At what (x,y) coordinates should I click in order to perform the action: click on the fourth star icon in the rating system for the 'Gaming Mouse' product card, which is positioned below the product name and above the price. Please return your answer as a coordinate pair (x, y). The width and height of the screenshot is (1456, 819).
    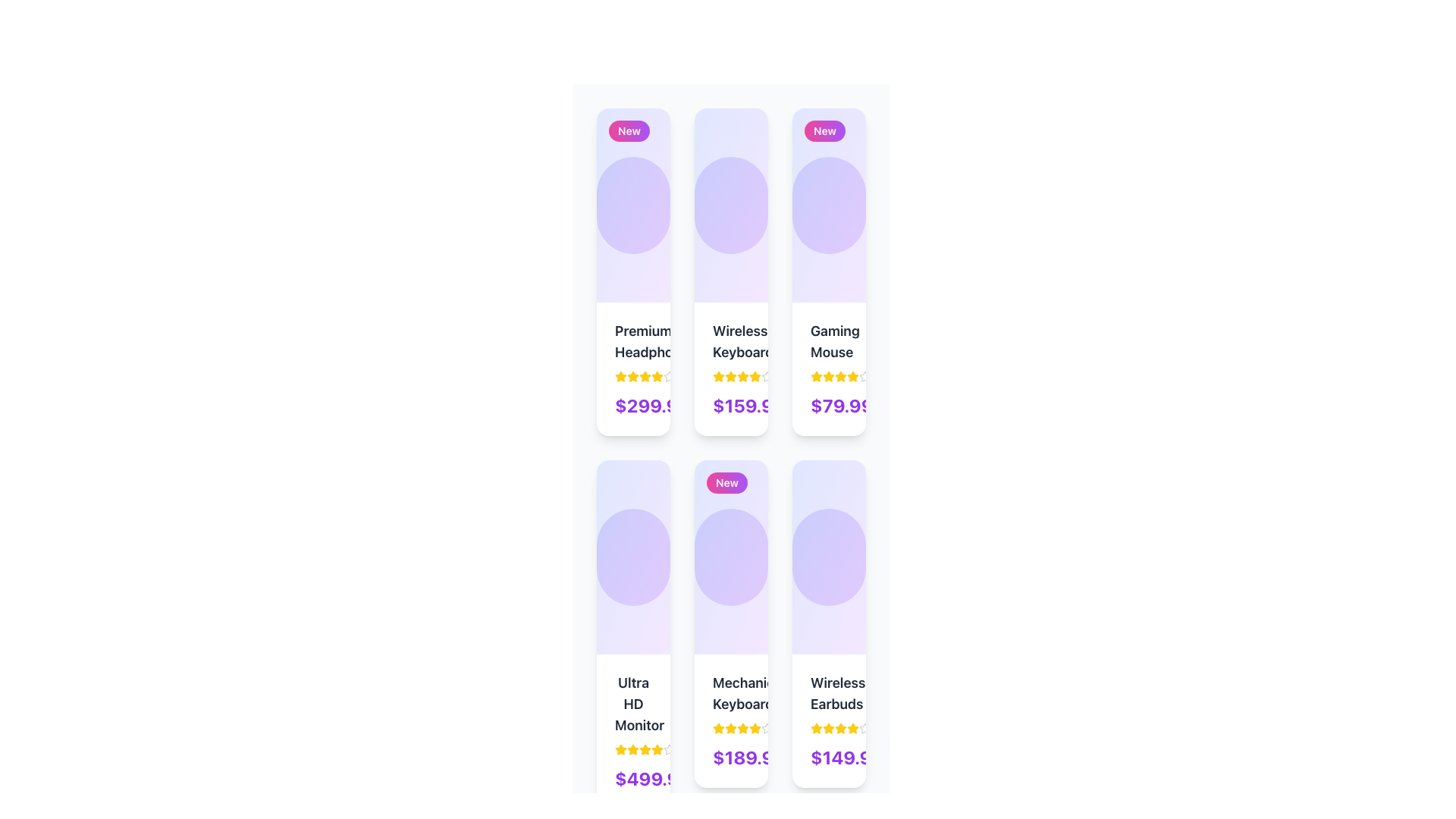
    Looking at the image, I should click on (839, 376).